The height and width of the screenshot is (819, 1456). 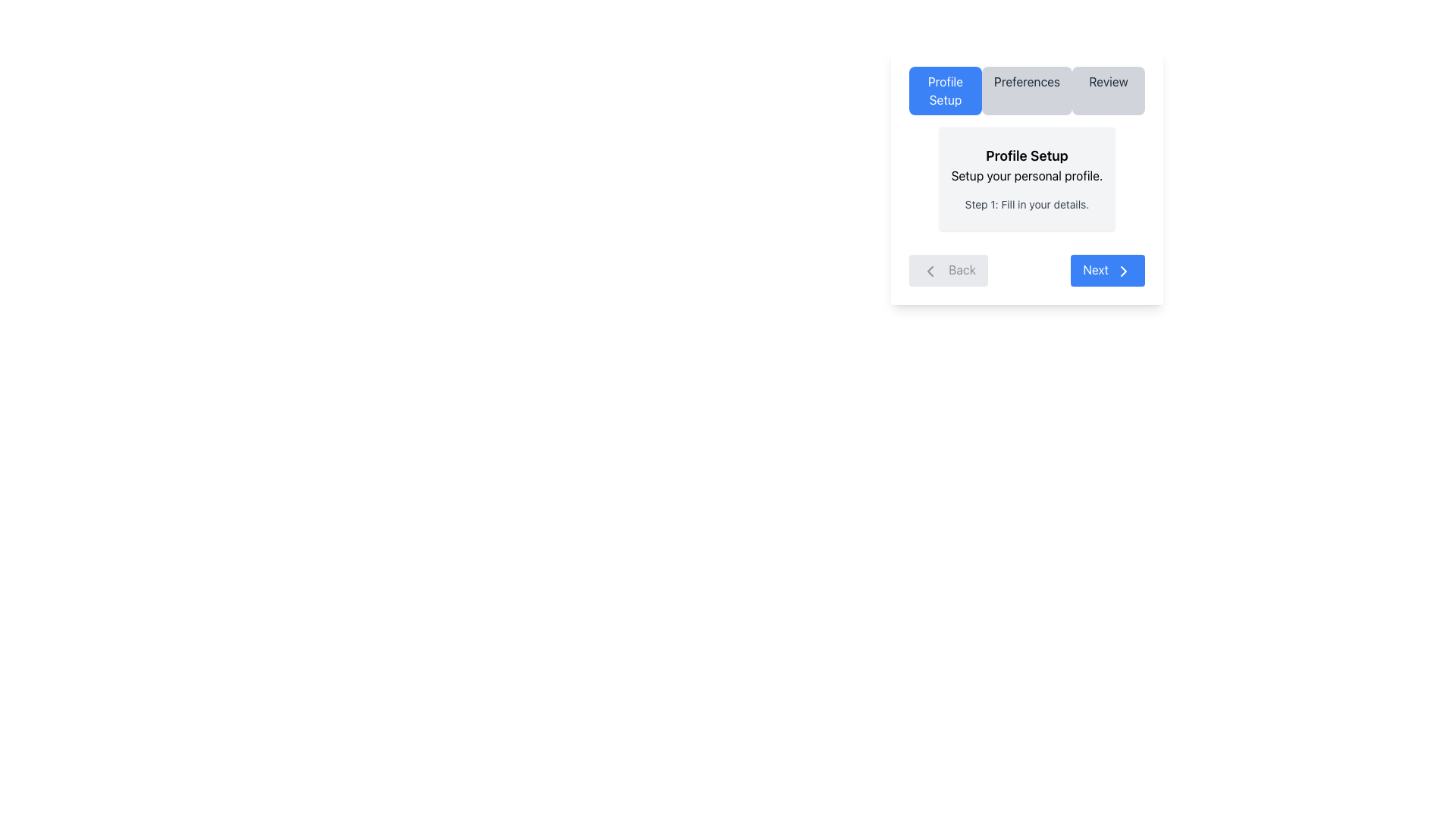 What do you see at coordinates (1027, 90) in the screenshot?
I see `the 'Preferences' button, which is the second button in a horizontal group of three` at bounding box center [1027, 90].